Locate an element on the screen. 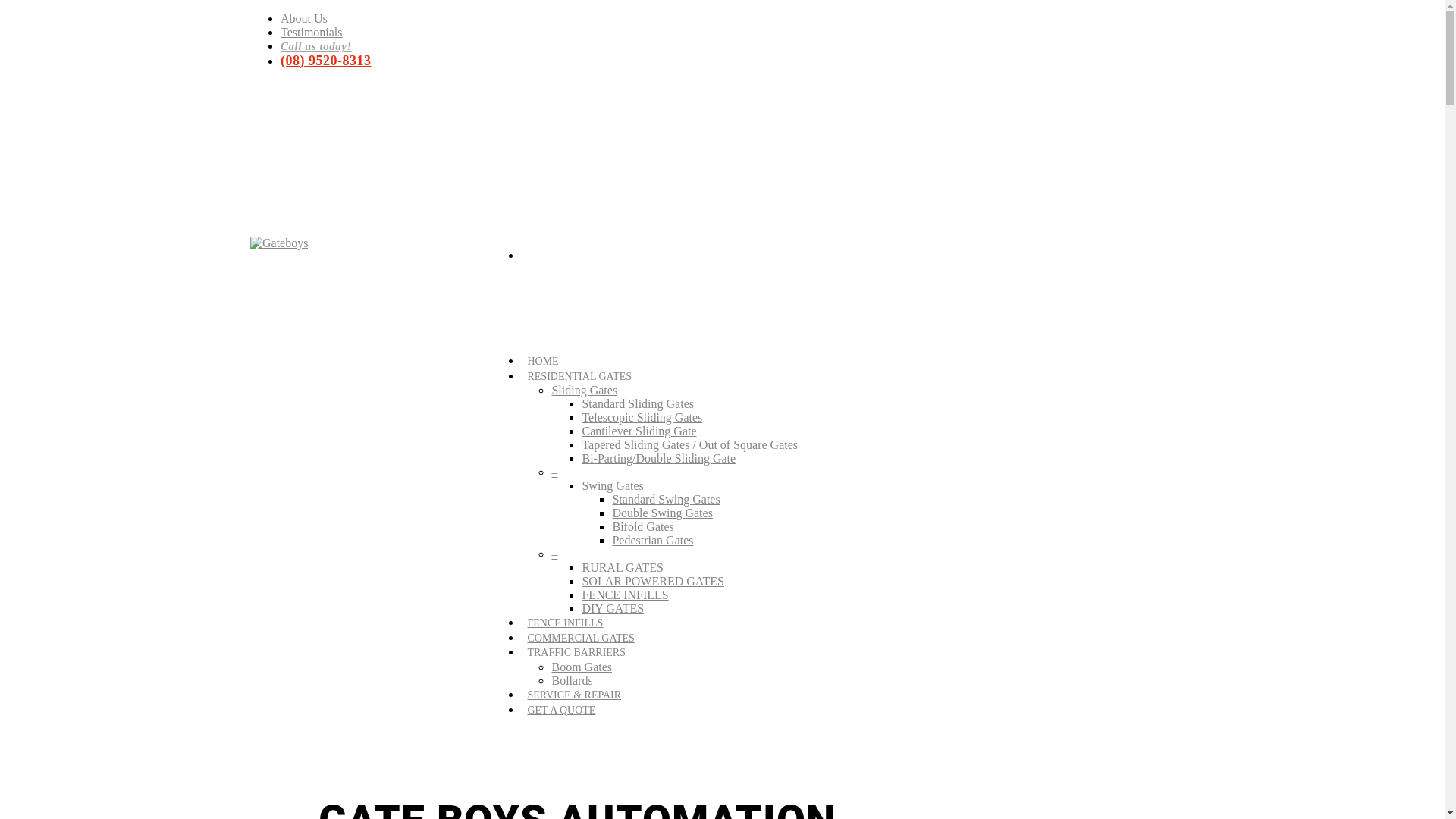  'Standard Swing Gates' is located at coordinates (666, 499).